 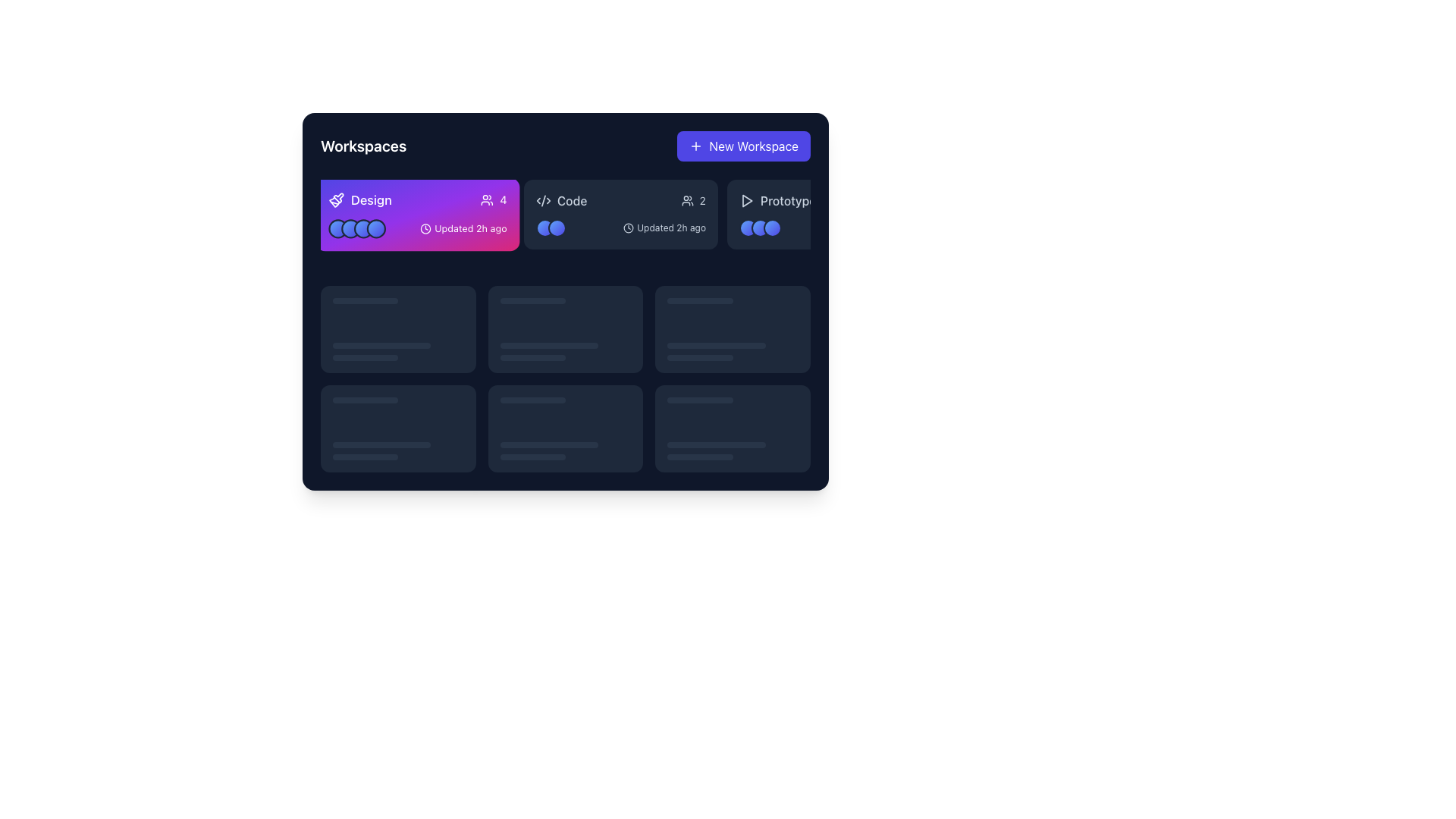 What do you see at coordinates (548, 346) in the screenshot?
I see `the first loading bar, which has a dark slate-gray background and rounded edges, located above its sibling element in the second row of blocks` at bounding box center [548, 346].